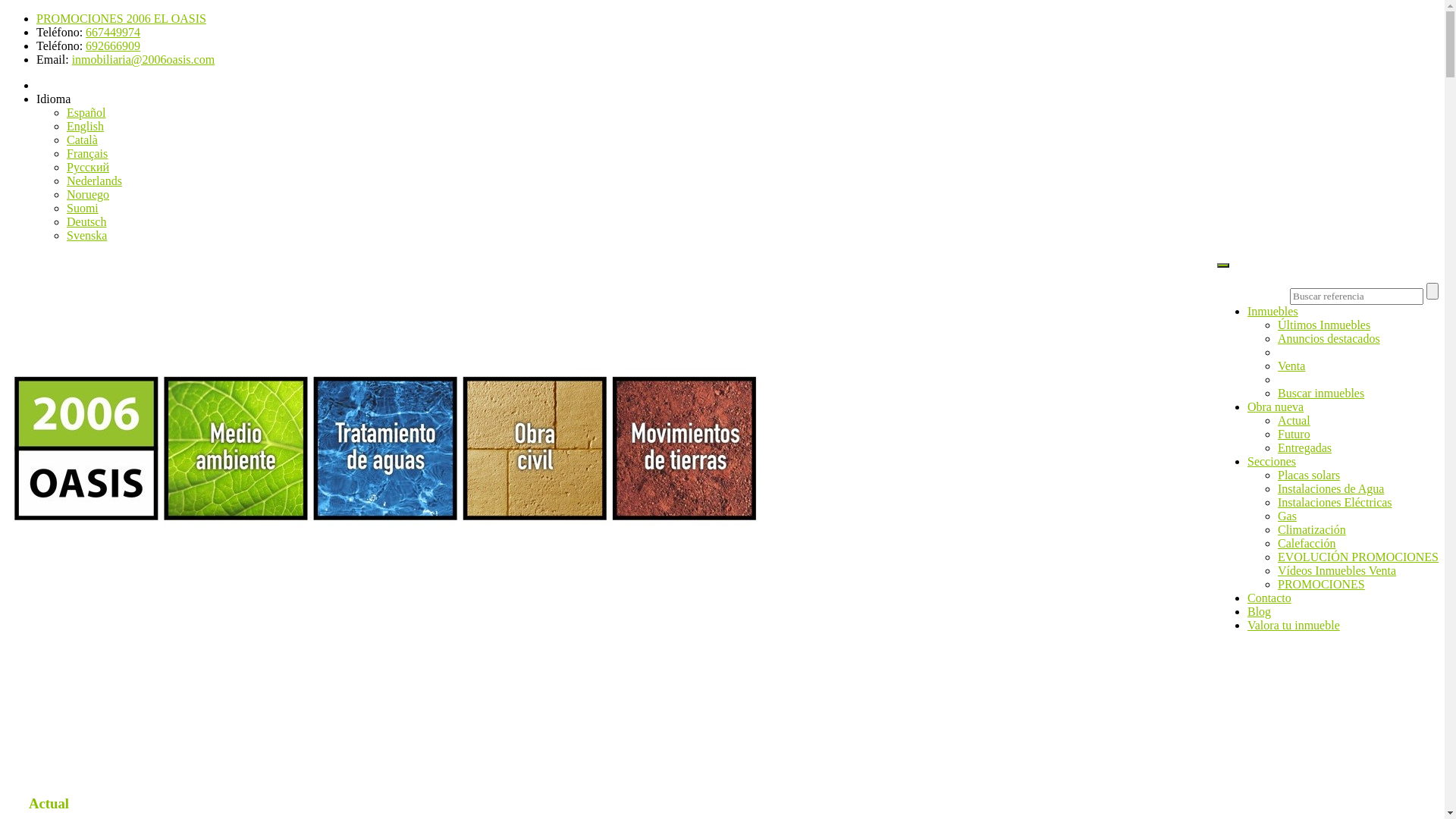 The image size is (1456, 819). Describe the element at coordinates (1274, 406) in the screenshot. I see `'Obra nueva'` at that location.